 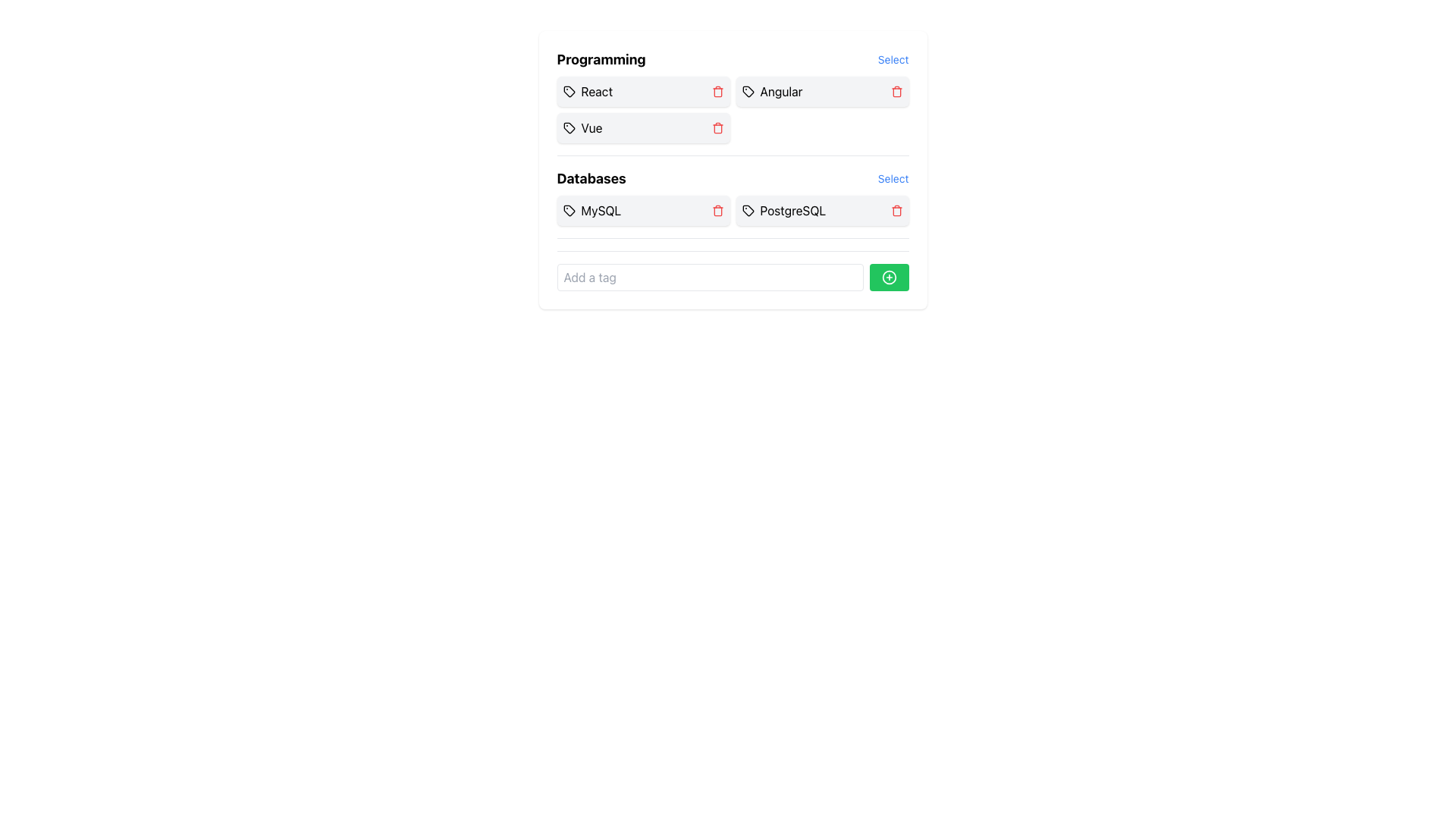 What do you see at coordinates (889, 278) in the screenshot?
I see `the button located immediately to the right of the 'Add a tag' text input field, which serves as an action button for adding tags` at bounding box center [889, 278].